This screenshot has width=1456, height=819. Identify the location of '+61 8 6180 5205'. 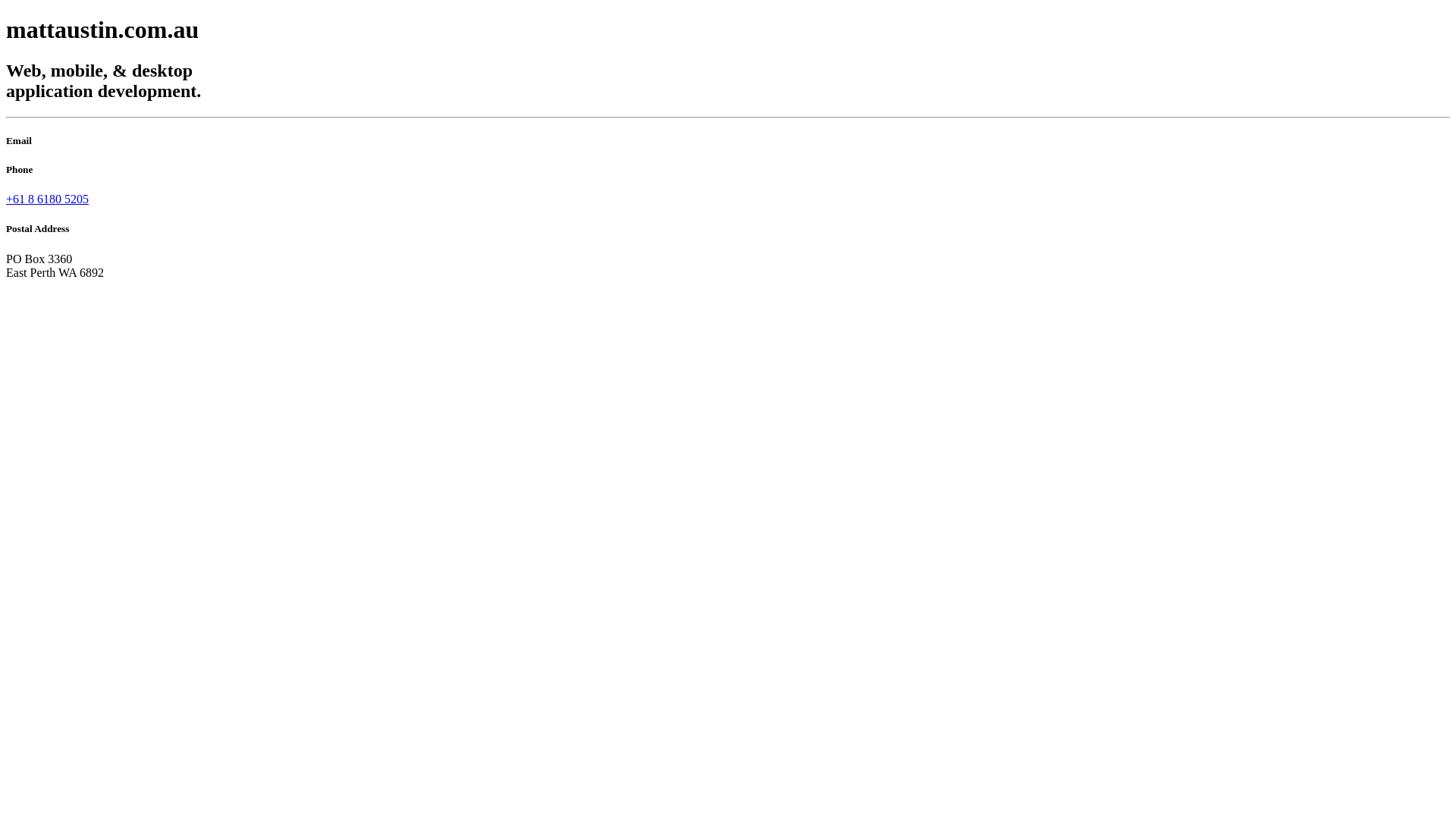
(47, 198).